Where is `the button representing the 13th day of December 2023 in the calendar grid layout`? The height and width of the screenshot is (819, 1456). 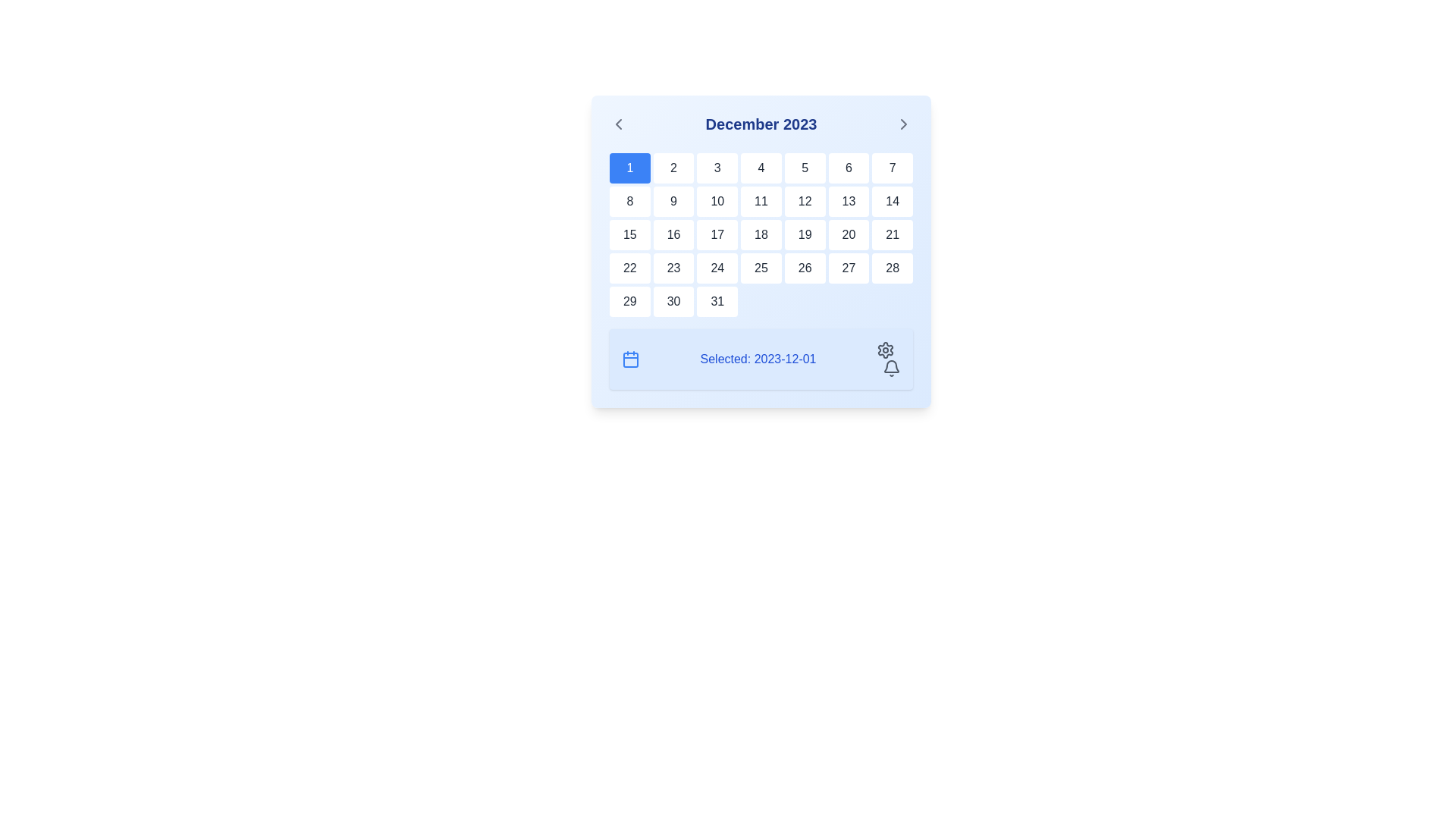 the button representing the 13th day of December 2023 in the calendar grid layout is located at coordinates (848, 201).